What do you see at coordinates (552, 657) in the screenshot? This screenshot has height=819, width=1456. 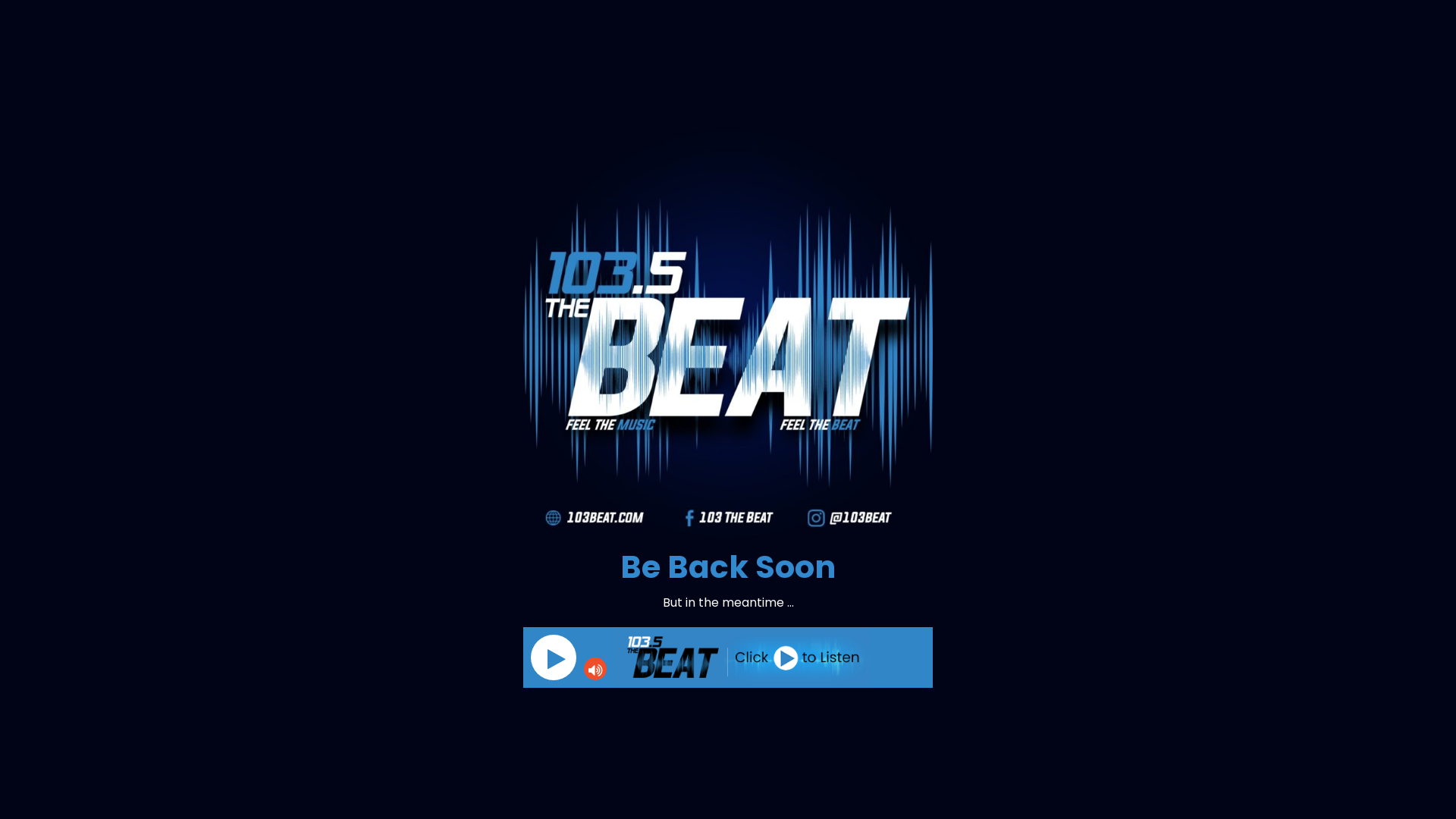 I see `'Play'` at bounding box center [552, 657].